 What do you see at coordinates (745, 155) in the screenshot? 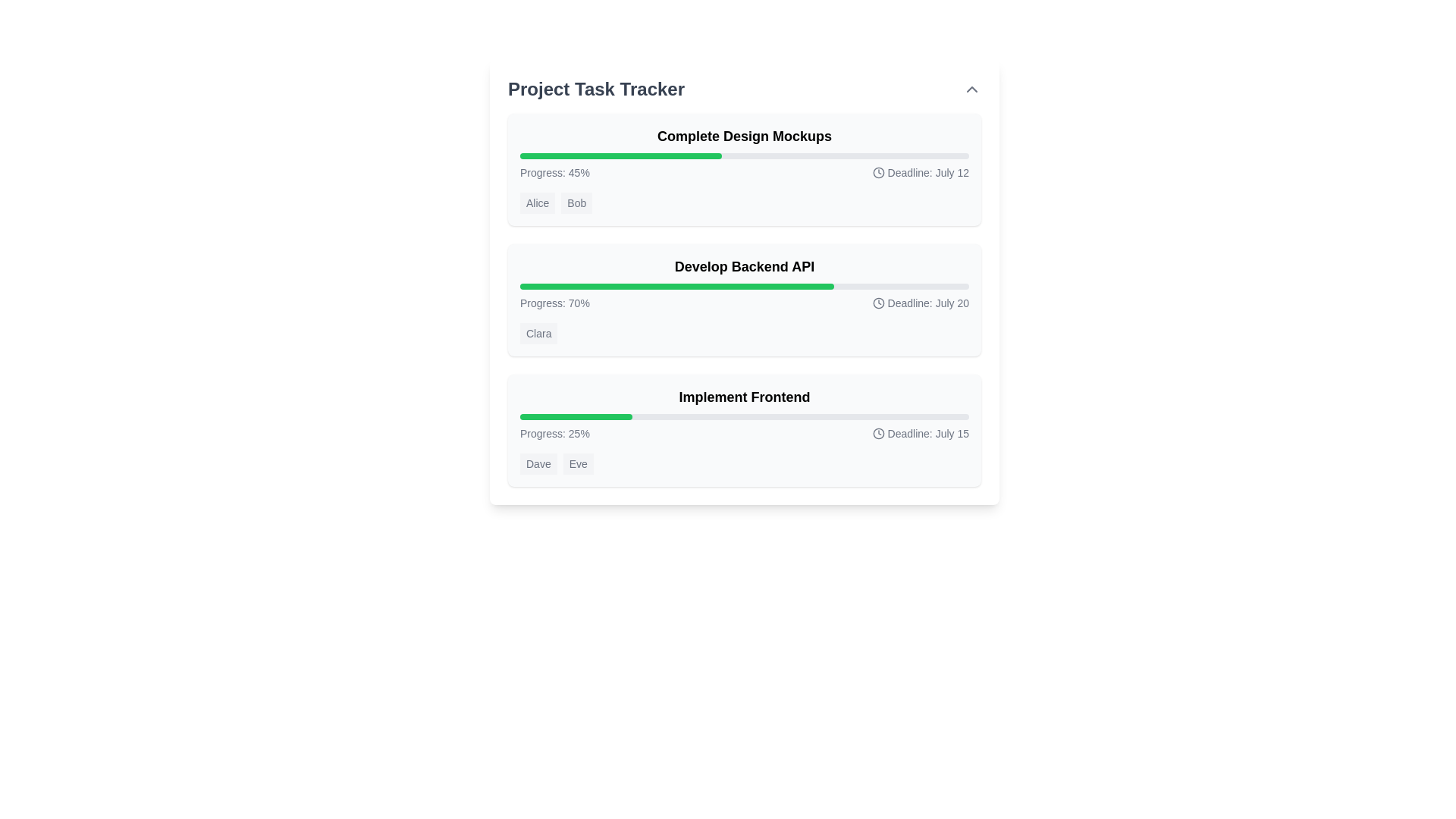
I see `the progress represented by the progress bar located under the text 'Complete Design Mockups' within the first task card` at bounding box center [745, 155].